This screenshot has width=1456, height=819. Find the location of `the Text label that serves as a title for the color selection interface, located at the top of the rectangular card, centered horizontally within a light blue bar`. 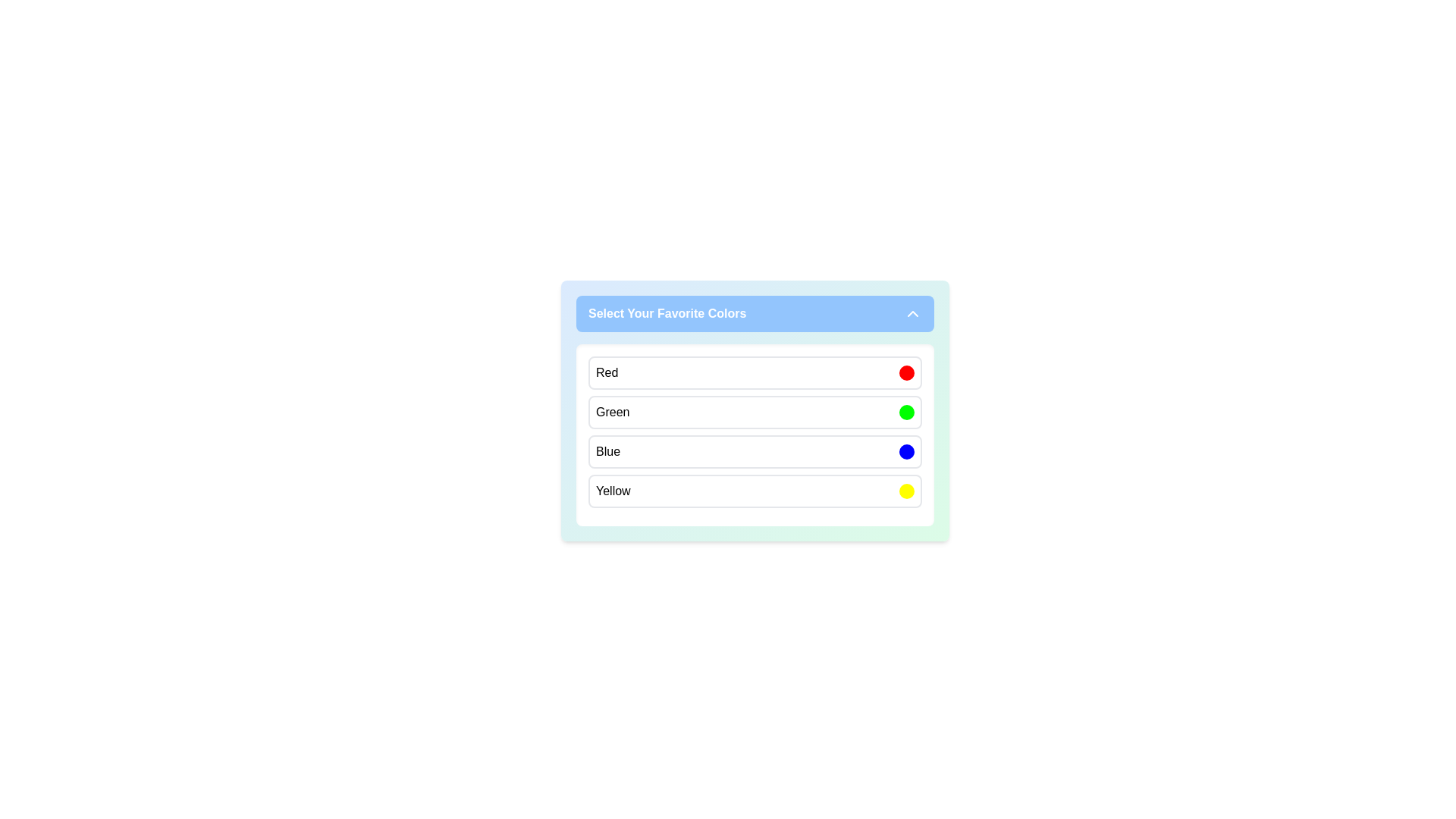

the Text label that serves as a title for the color selection interface, located at the top of the rectangular card, centered horizontally within a light blue bar is located at coordinates (667, 312).